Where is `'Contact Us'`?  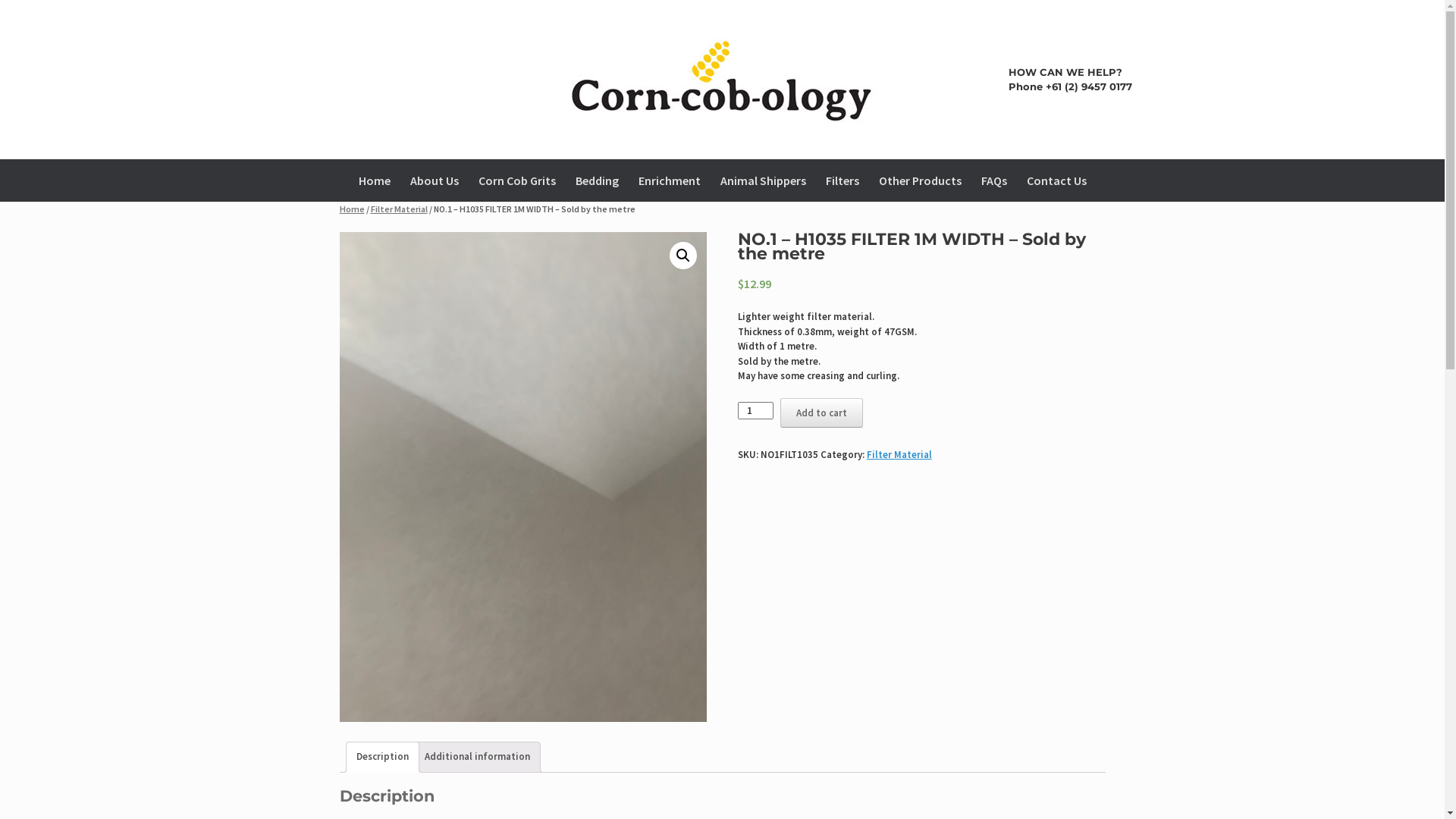 'Contact Us' is located at coordinates (1055, 180).